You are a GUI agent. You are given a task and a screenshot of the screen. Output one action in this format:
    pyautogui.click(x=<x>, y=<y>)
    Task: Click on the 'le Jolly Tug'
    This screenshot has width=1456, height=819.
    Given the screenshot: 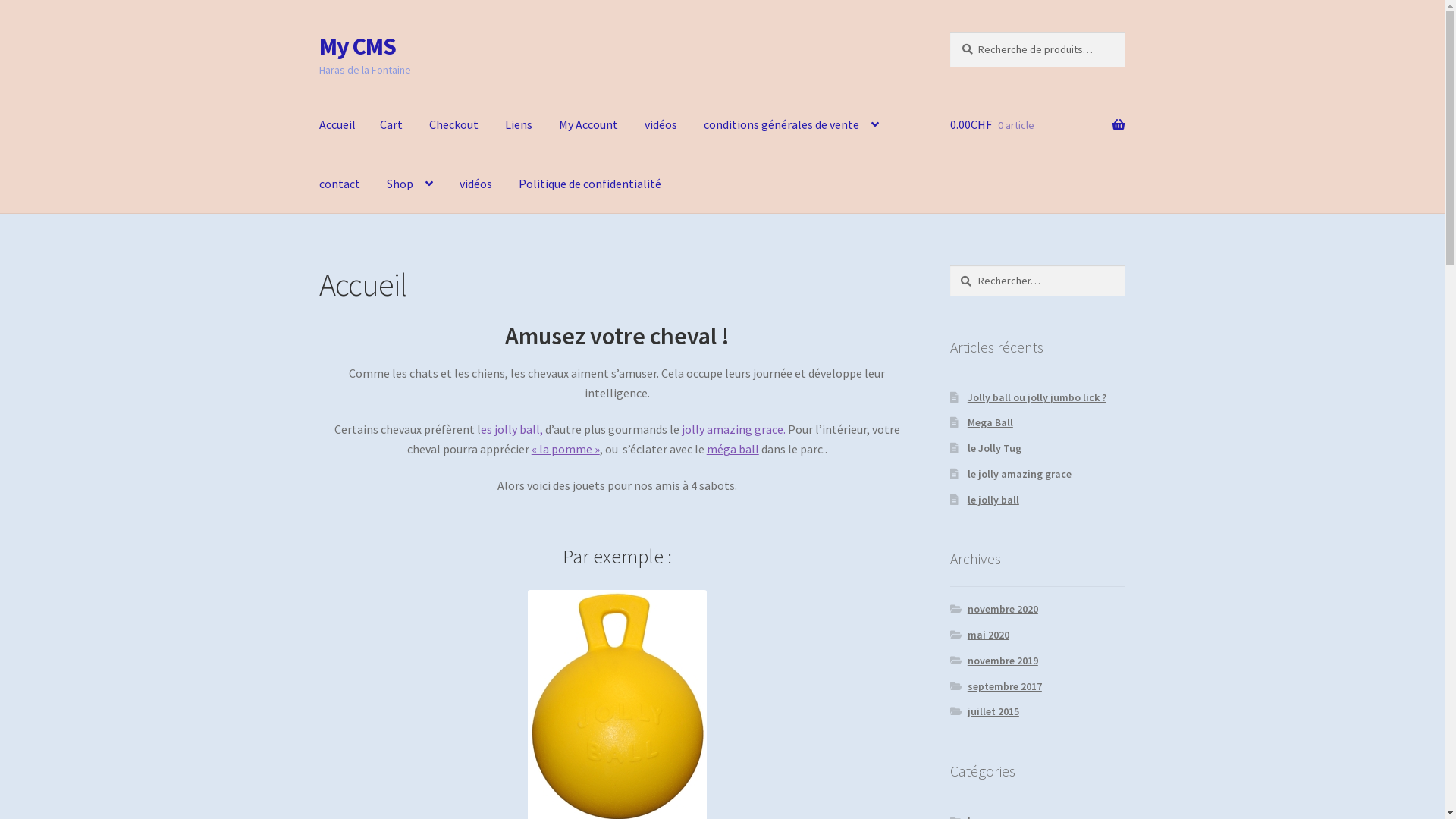 What is the action you would take?
    pyautogui.click(x=994, y=447)
    